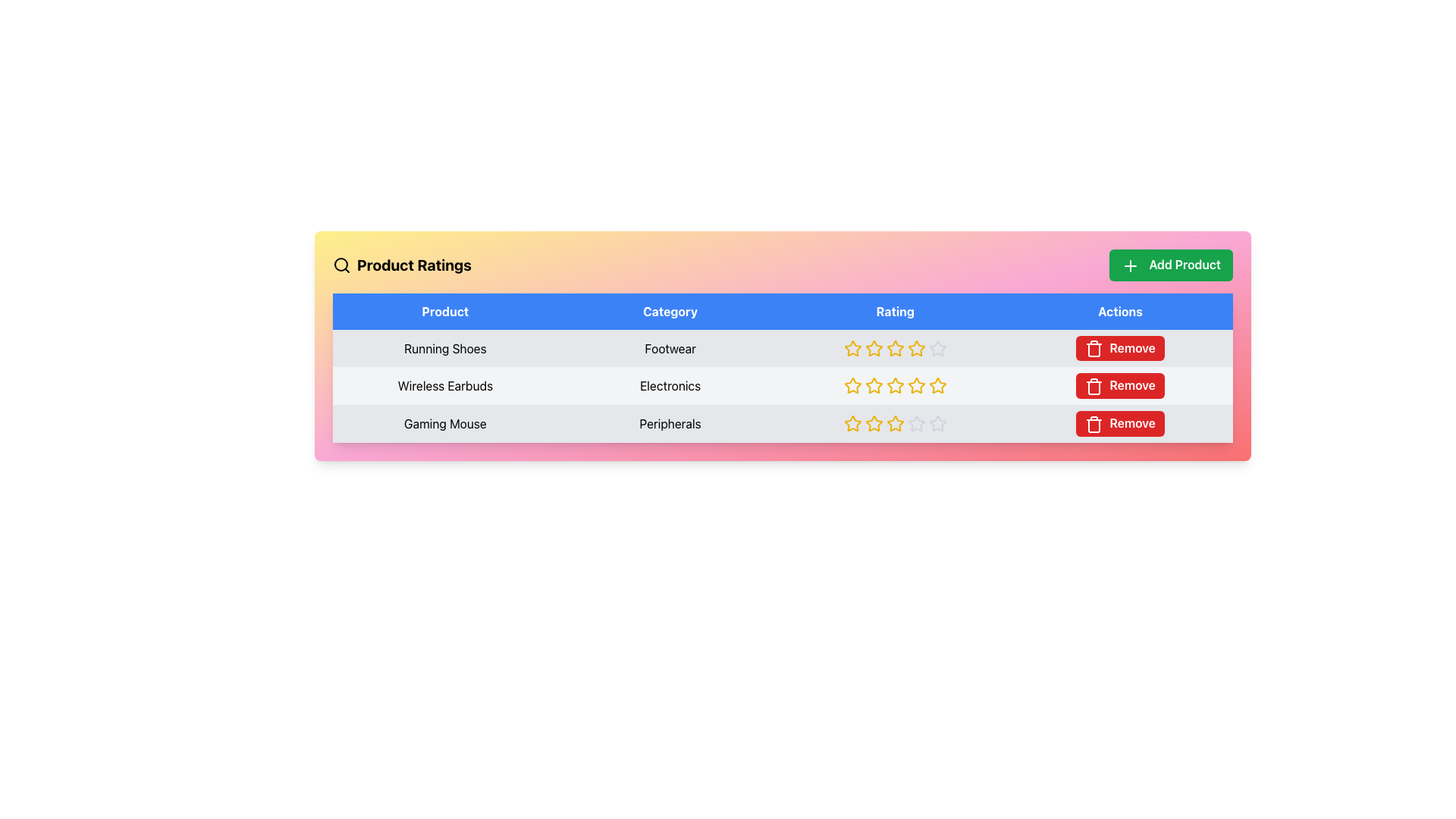 The height and width of the screenshot is (819, 1456). What do you see at coordinates (1120, 424) in the screenshot?
I see `the 'Remove' button for 'Gaming Mouse' located in the lower right of the interface` at bounding box center [1120, 424].